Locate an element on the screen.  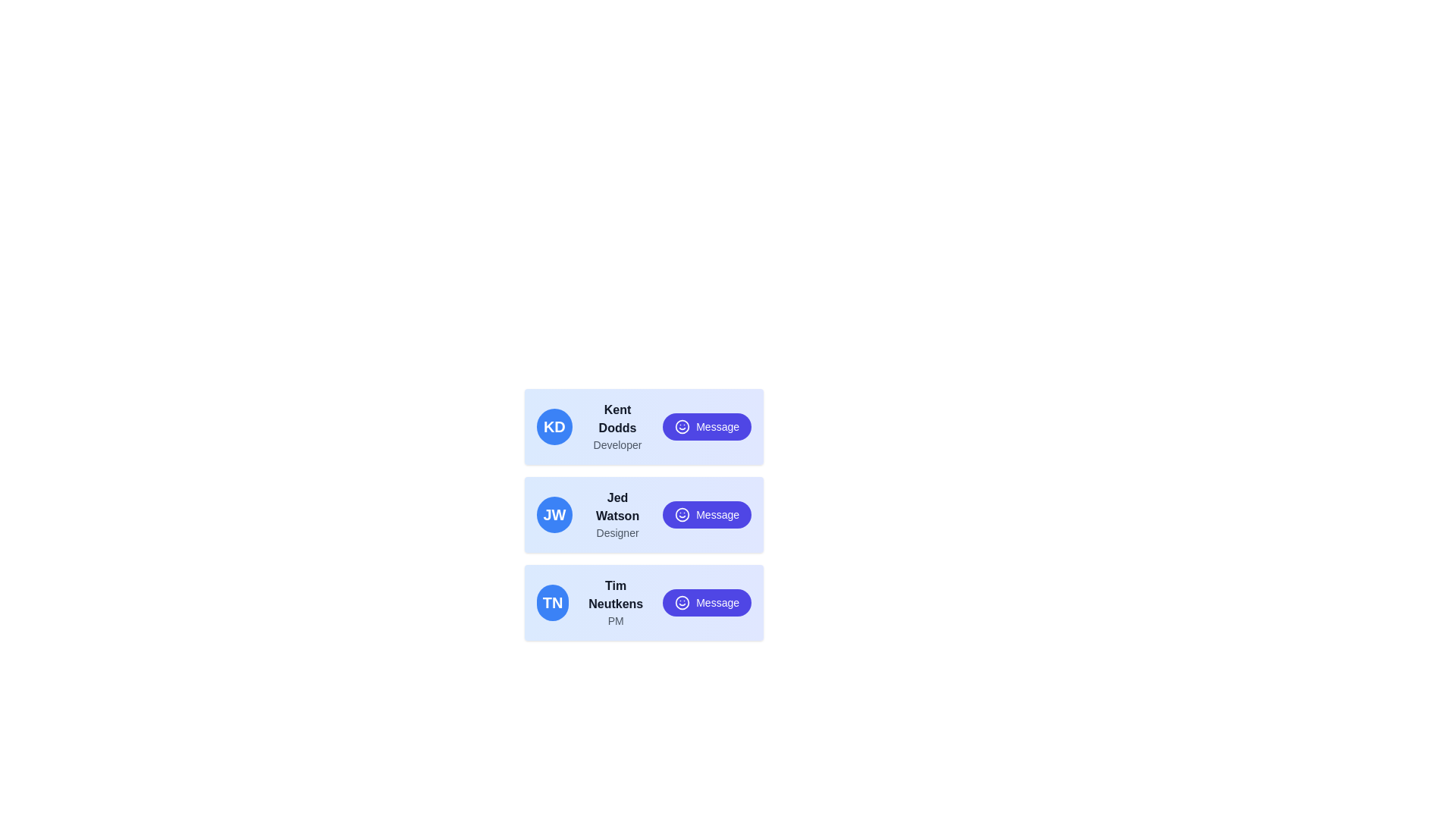
the messaging button located in the upper right area of the second card representing 'Jed Watson', which includes an avatar labeled 'JW', to initiate the messaging action is located at coordinates (706, 513).